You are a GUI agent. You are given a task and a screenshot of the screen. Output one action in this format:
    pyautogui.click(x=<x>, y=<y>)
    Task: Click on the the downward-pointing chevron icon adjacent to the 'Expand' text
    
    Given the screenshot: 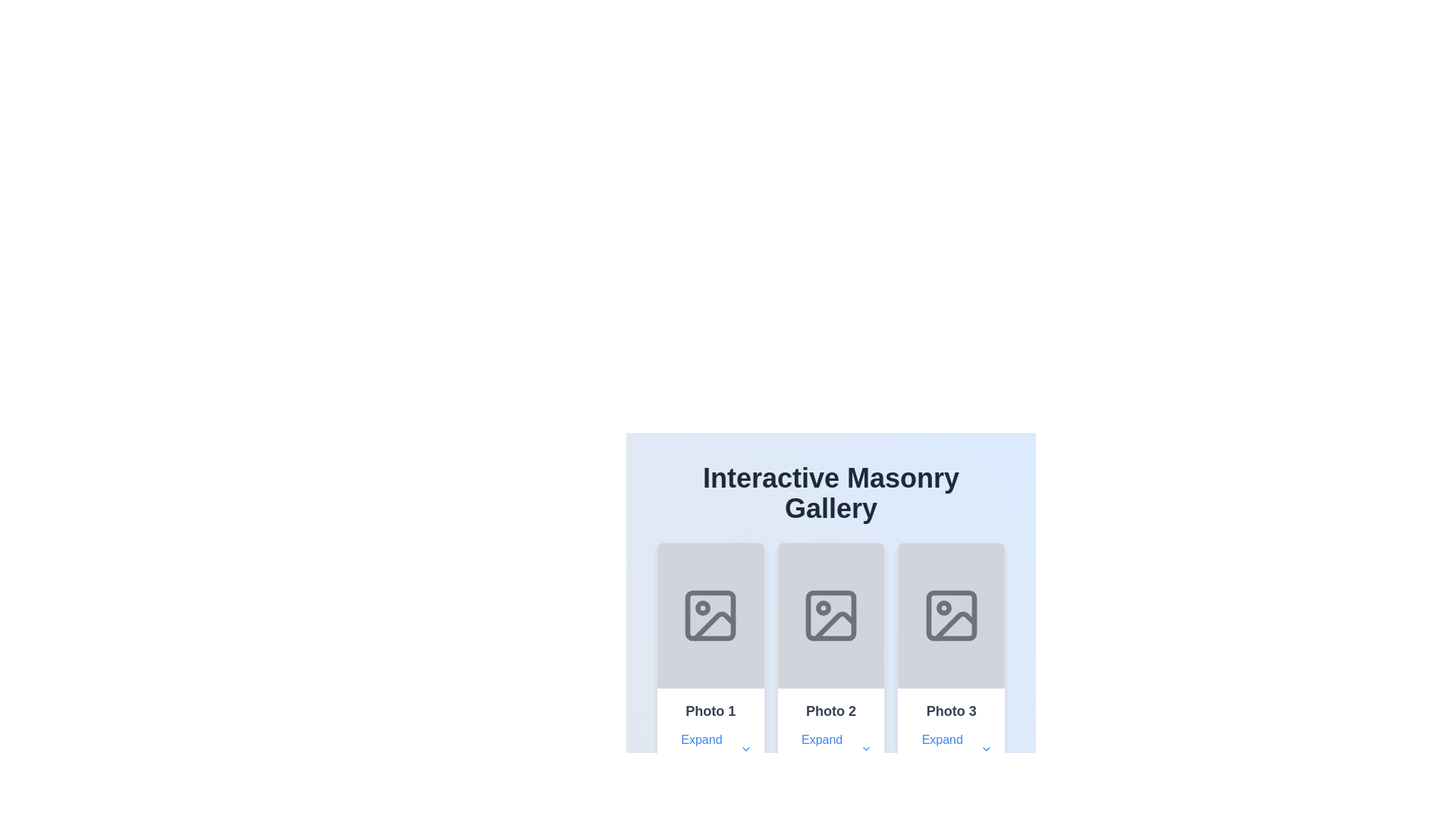 What is the action you would take?
    pyautogui.click(x=987, y=748)
    